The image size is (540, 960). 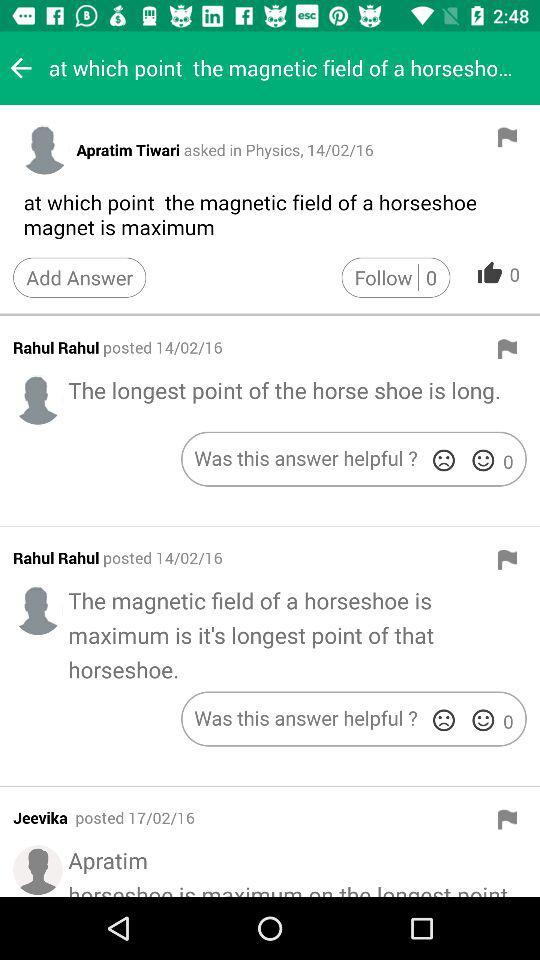 I want to click on go back, so click(x=20, y=68).